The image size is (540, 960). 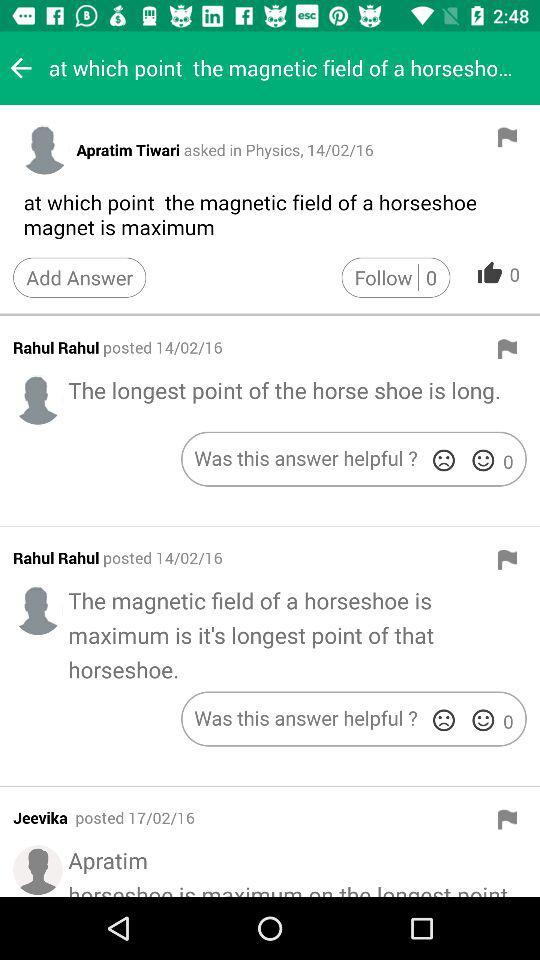 I want to click on go back, so click(x=20, y=68).